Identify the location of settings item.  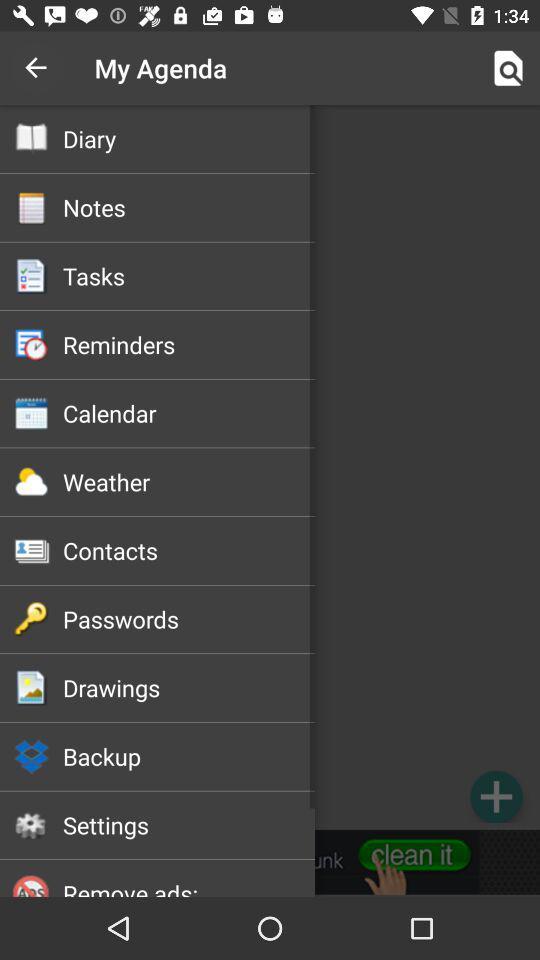
(189, 825).